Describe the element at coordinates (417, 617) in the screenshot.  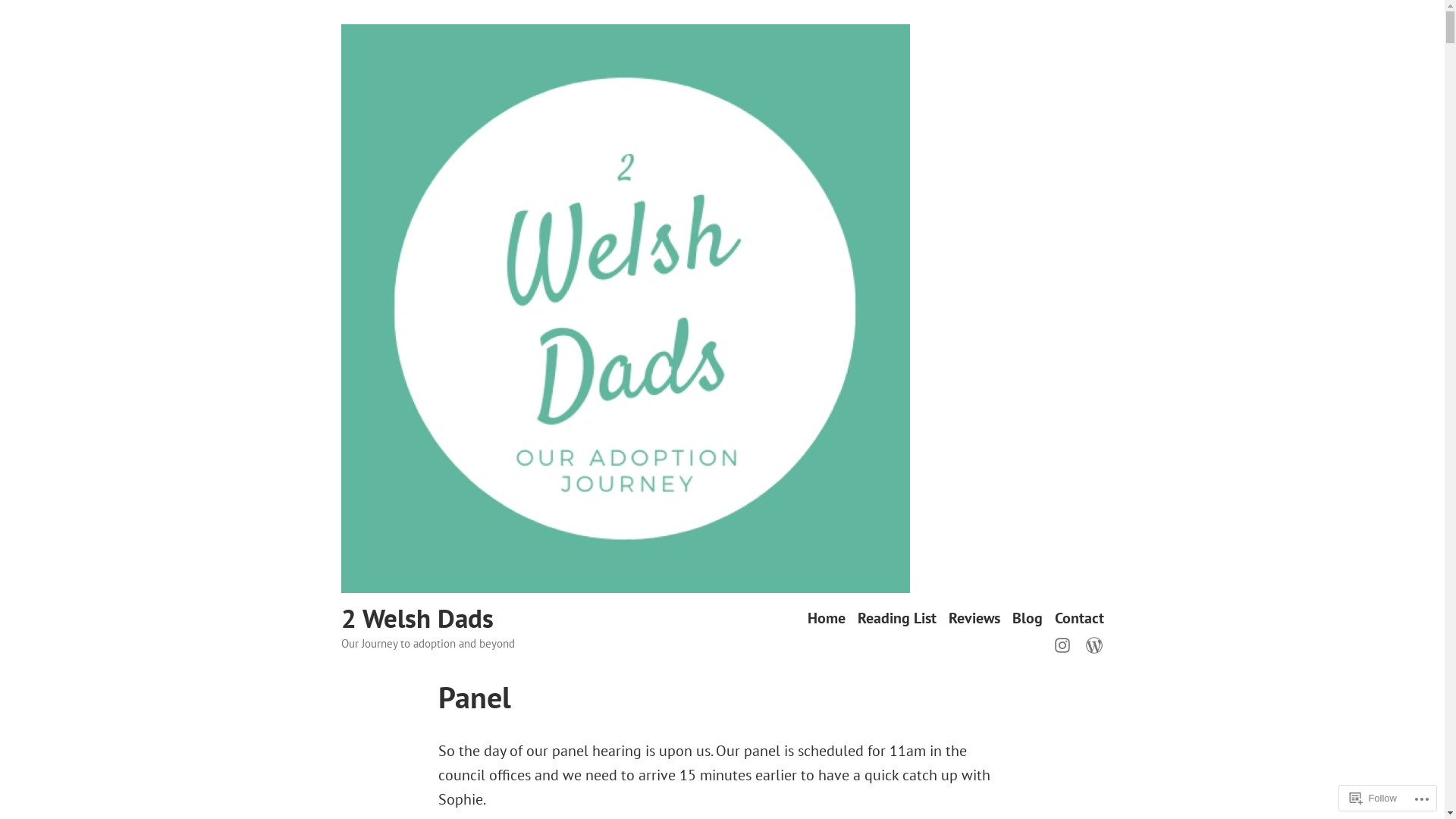
I see `'2 Welsh Dads'` at that location.